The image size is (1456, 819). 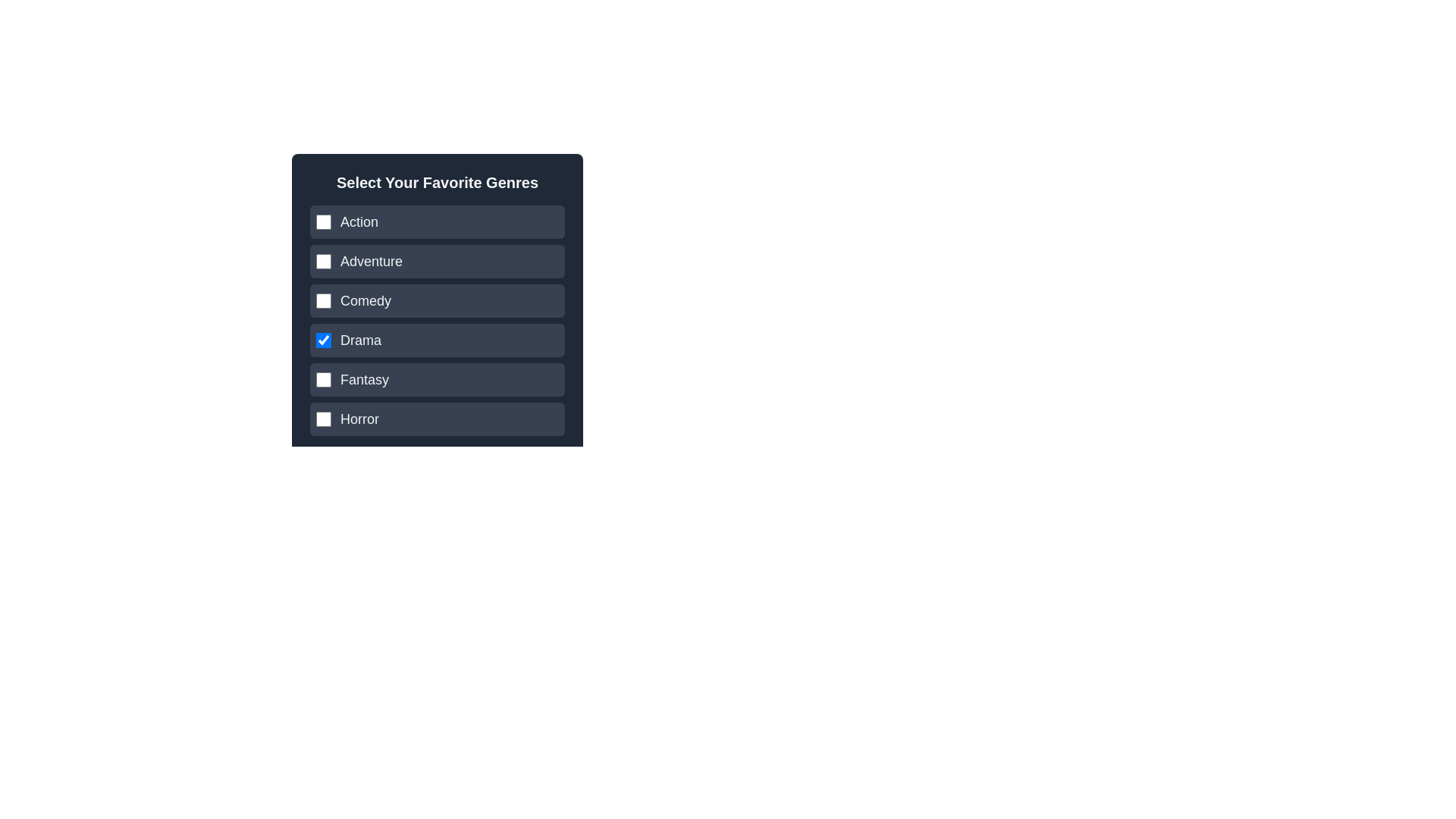 I want to click on the checkbox, so click(x=436, y=301).